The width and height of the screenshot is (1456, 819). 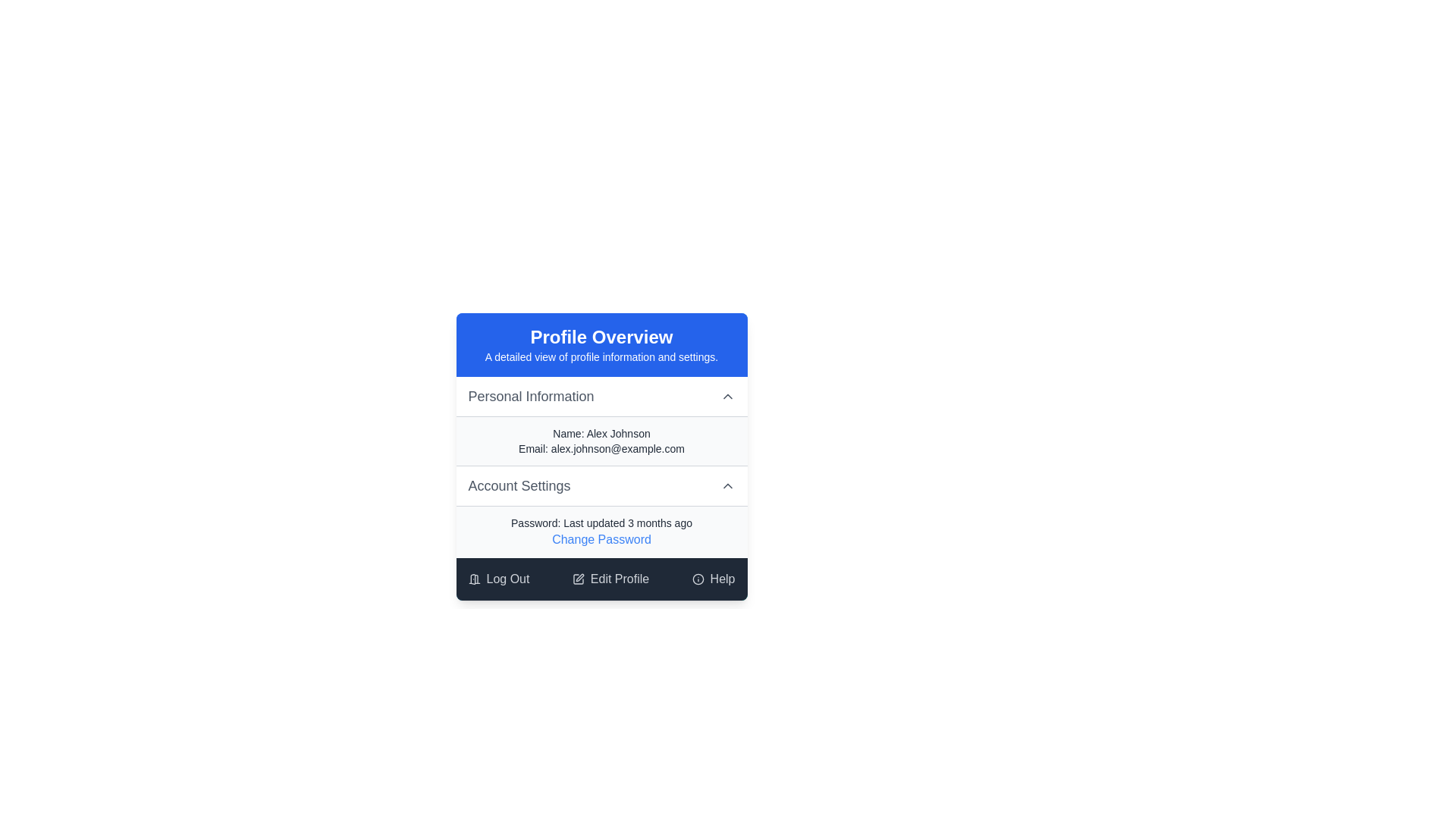 What do you see at coordinates (601, 522) in the screenshot?
I see `the static text label that displays the password's last update time in the 'Account Settings' section of the 'Profile Overview' card, which is the first element before the 'Change Password' link` at bounding box center [601, 522].